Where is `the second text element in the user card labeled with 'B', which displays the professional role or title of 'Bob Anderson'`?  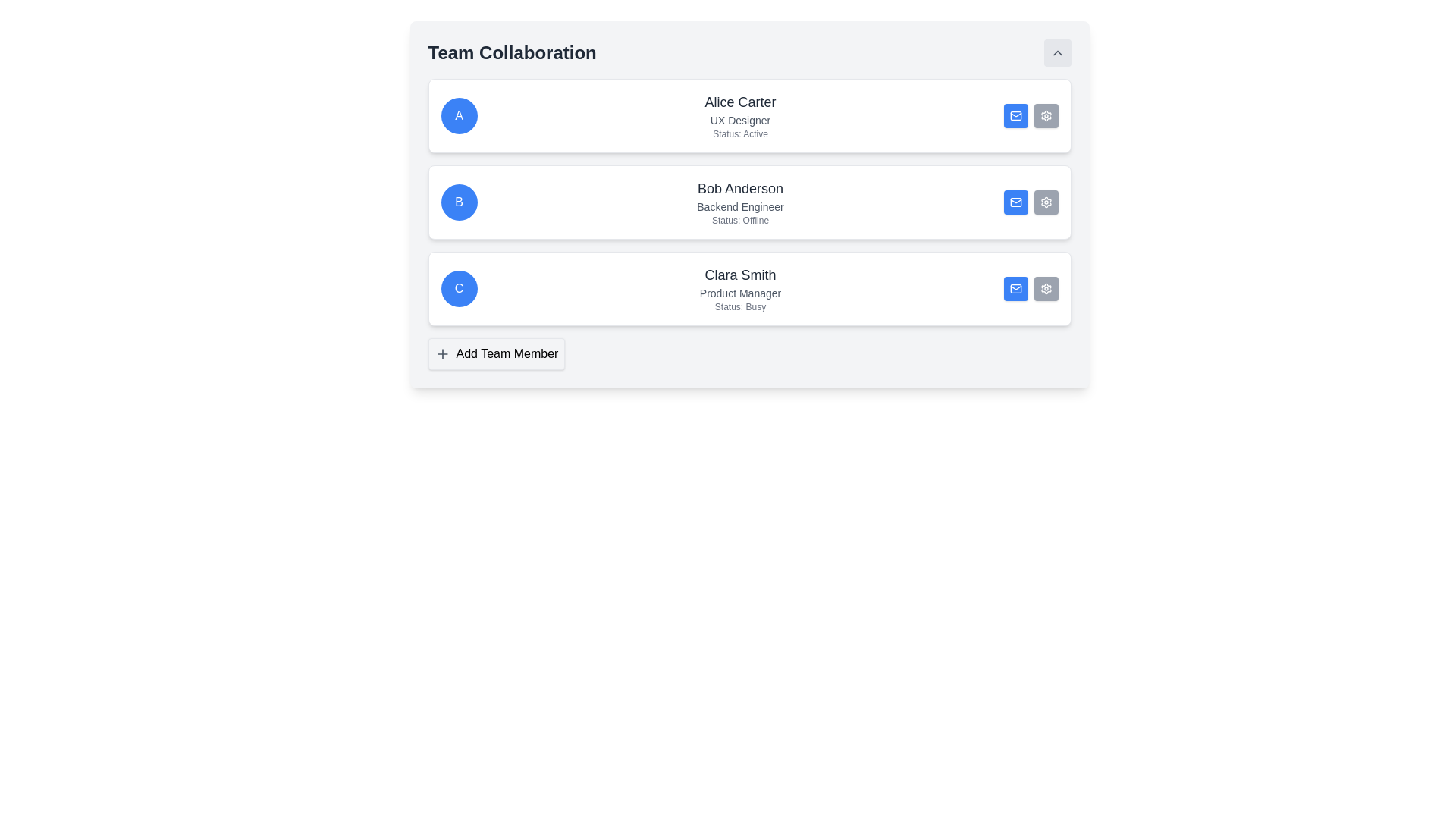
the second text element in the user card labeled with 'B', which displays the professional role or title of 'Bob Anderson' is located at coordinates (740, 207).